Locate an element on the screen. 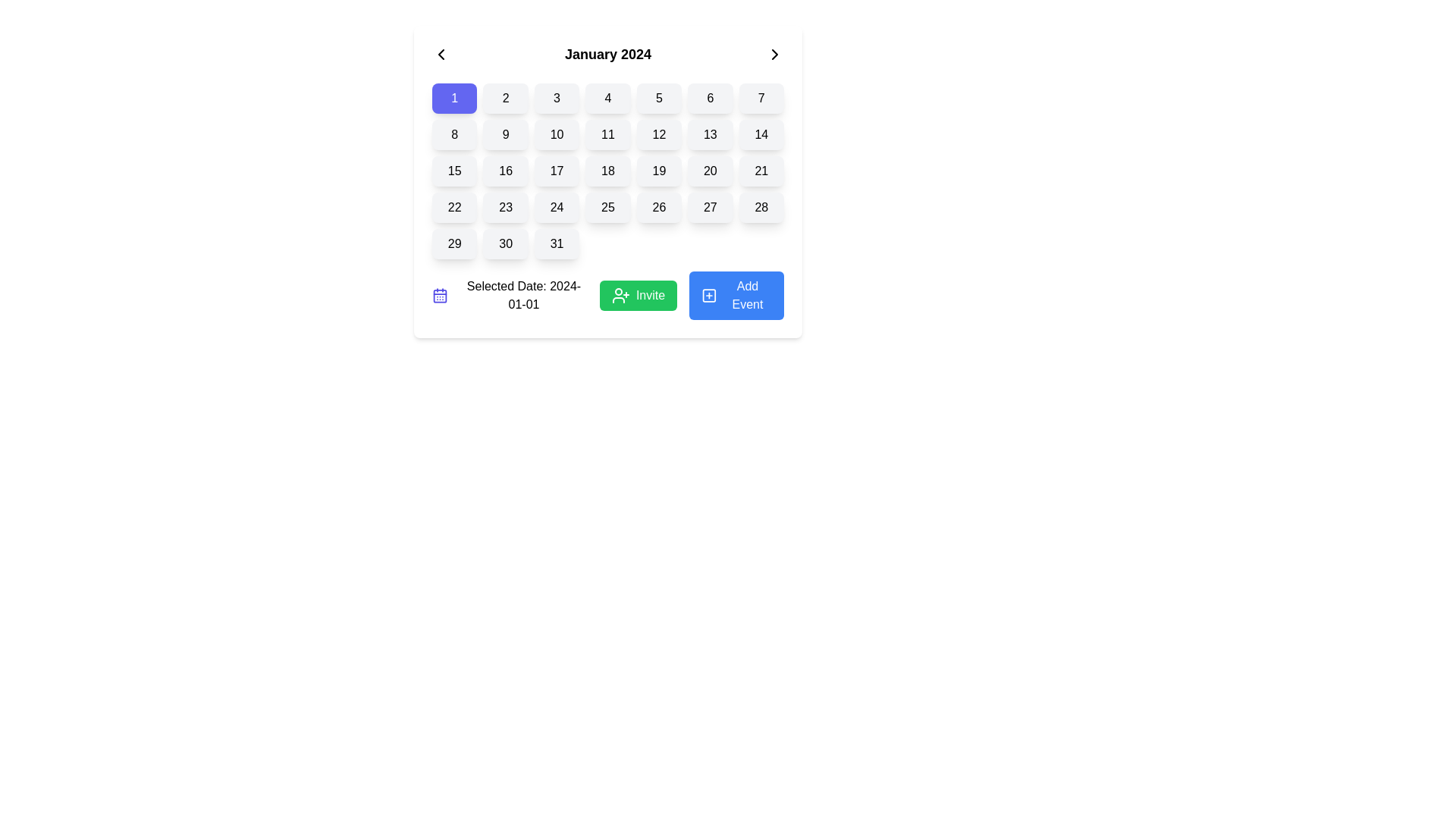 The width and height of the screenshot is (1456, 819). the button representing the number '15' in the January 2024 calendar for keyboard input is located at coordinates (453, 171).